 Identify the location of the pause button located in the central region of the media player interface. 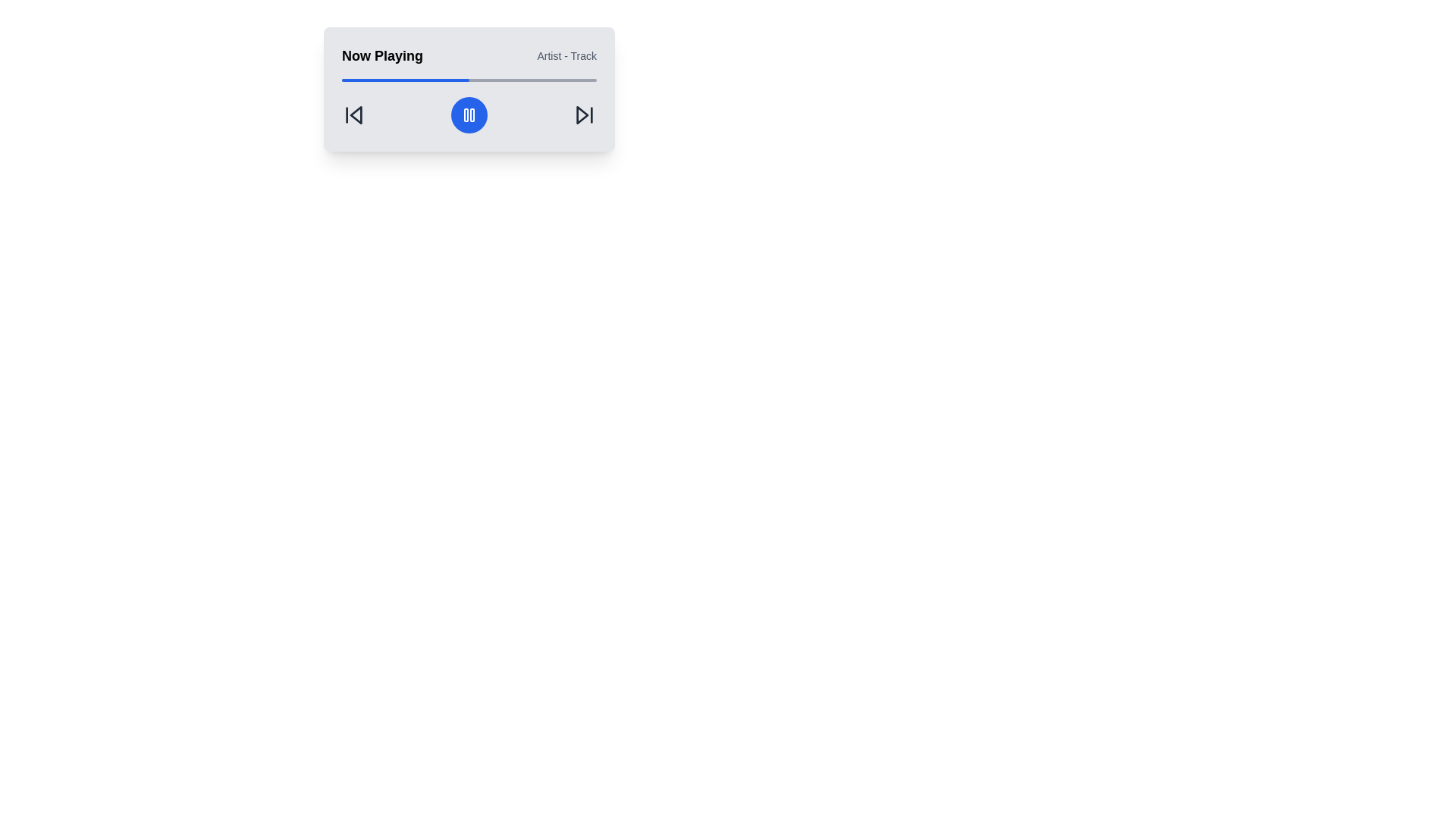
(469, 114).